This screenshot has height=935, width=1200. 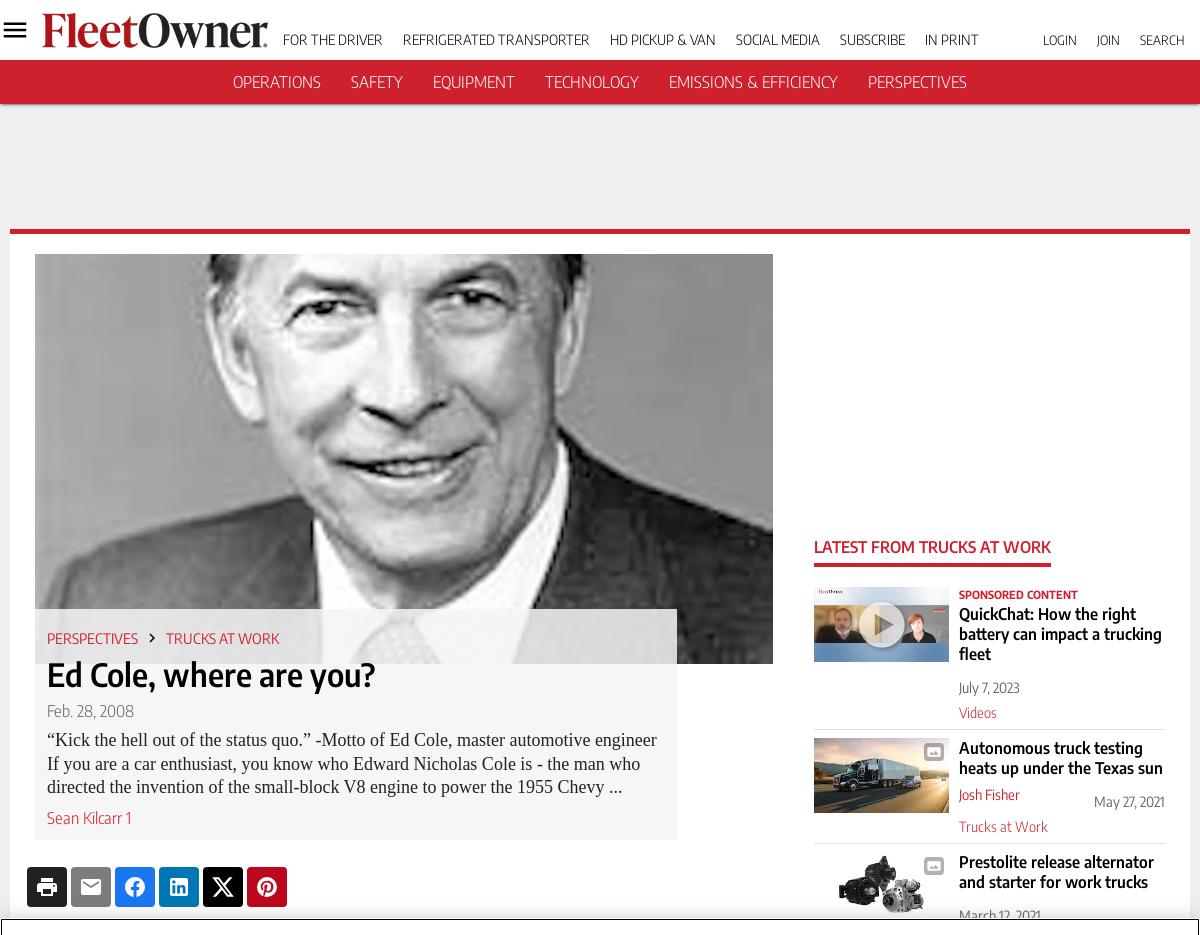 What do you see at coordinates (663, 38) in the screenshot?
I see `'HD Pickup & Van'` at bounding box center [663, 38].